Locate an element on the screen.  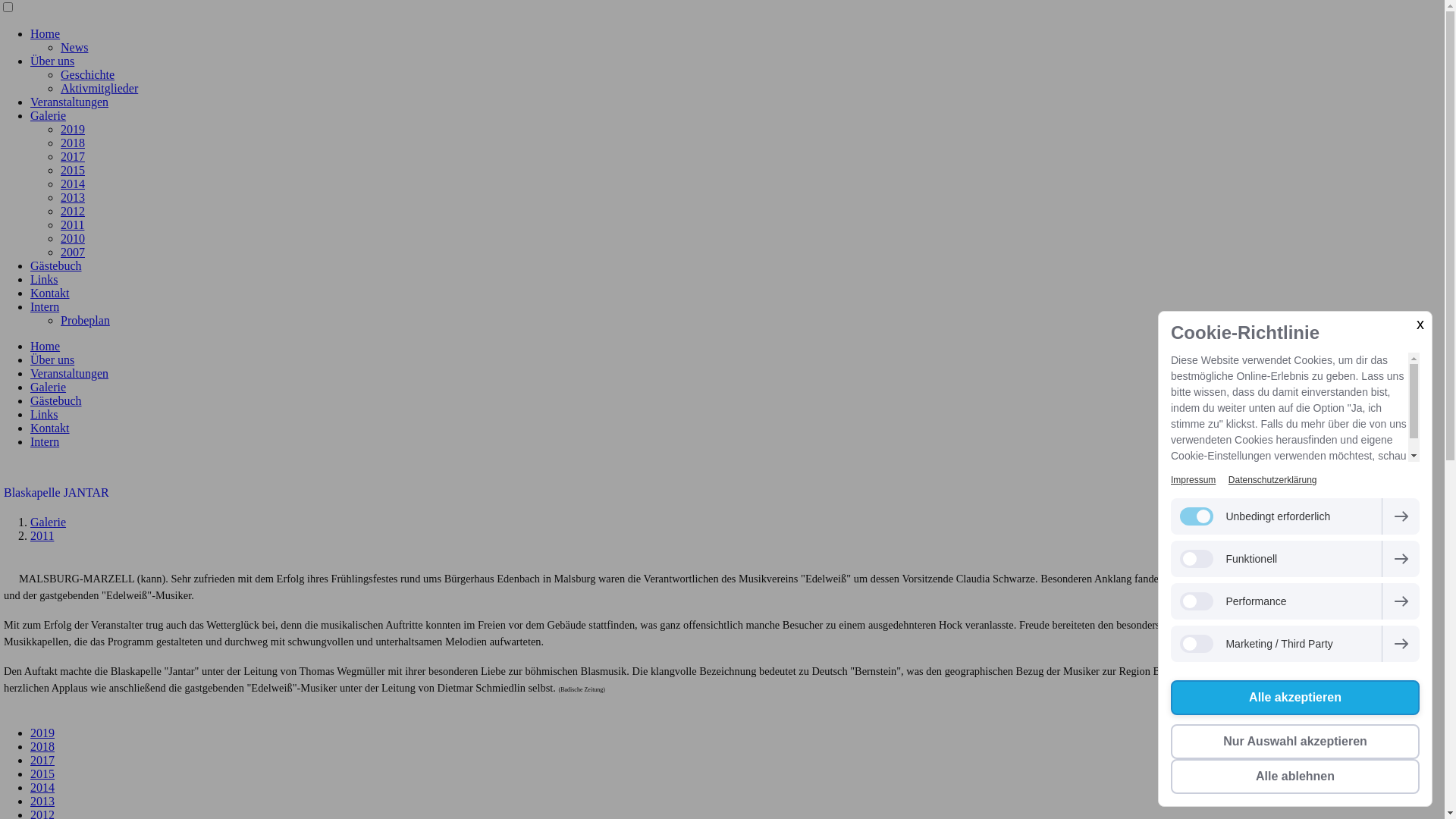
'2013' is located at coordinates (42, 800).